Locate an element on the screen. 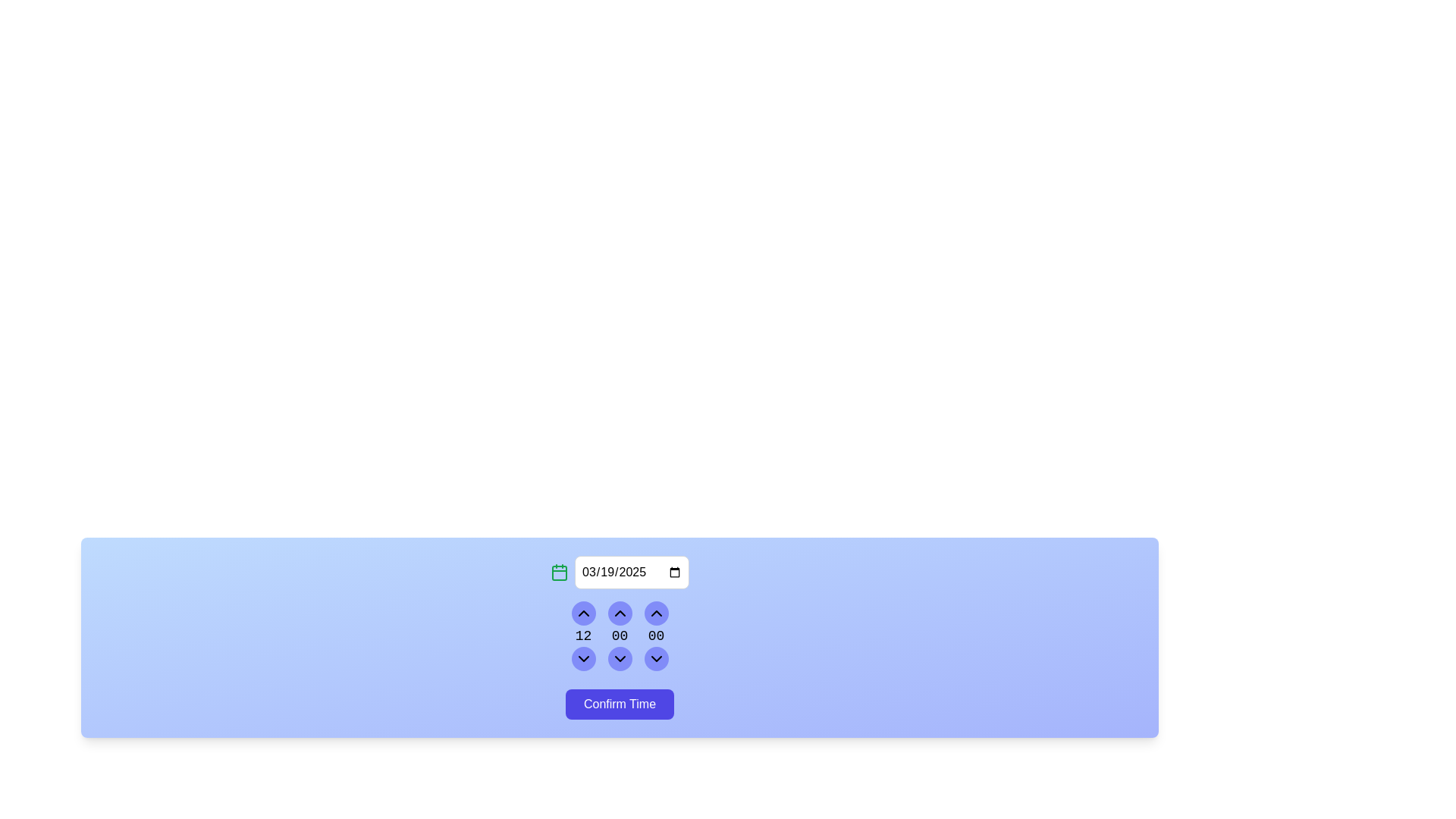 The height and width of the screenshot is (819, 1456). the button located below the text '00' that decreases the value associated with the time control is located at coordinates (656, 657).